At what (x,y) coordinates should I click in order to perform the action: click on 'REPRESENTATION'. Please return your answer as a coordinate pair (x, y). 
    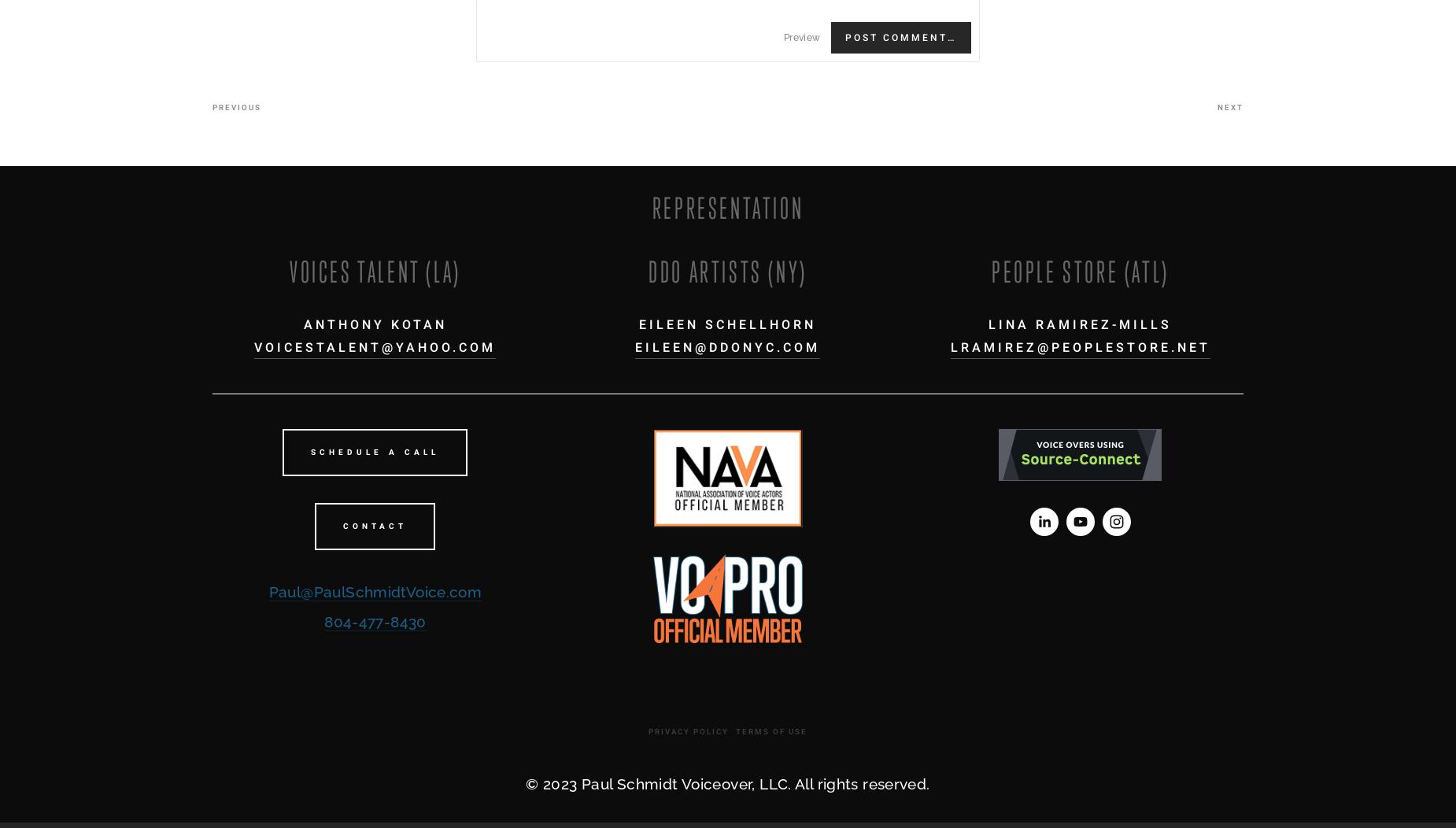
    Looking at the image, I should click on (727, 208).